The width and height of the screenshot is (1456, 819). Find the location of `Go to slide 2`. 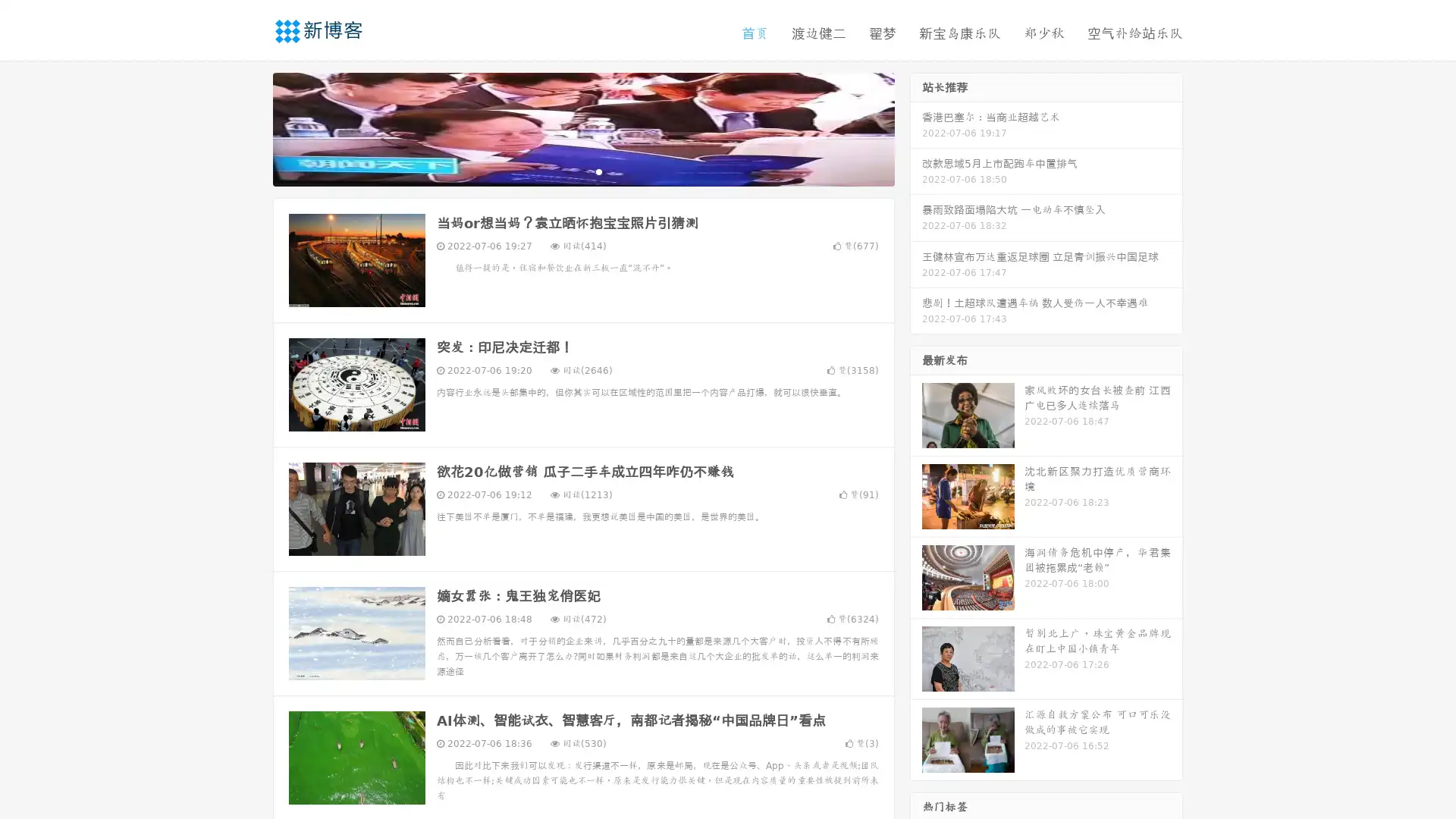

Go to slide 2 is located at coordinates (582, 171).